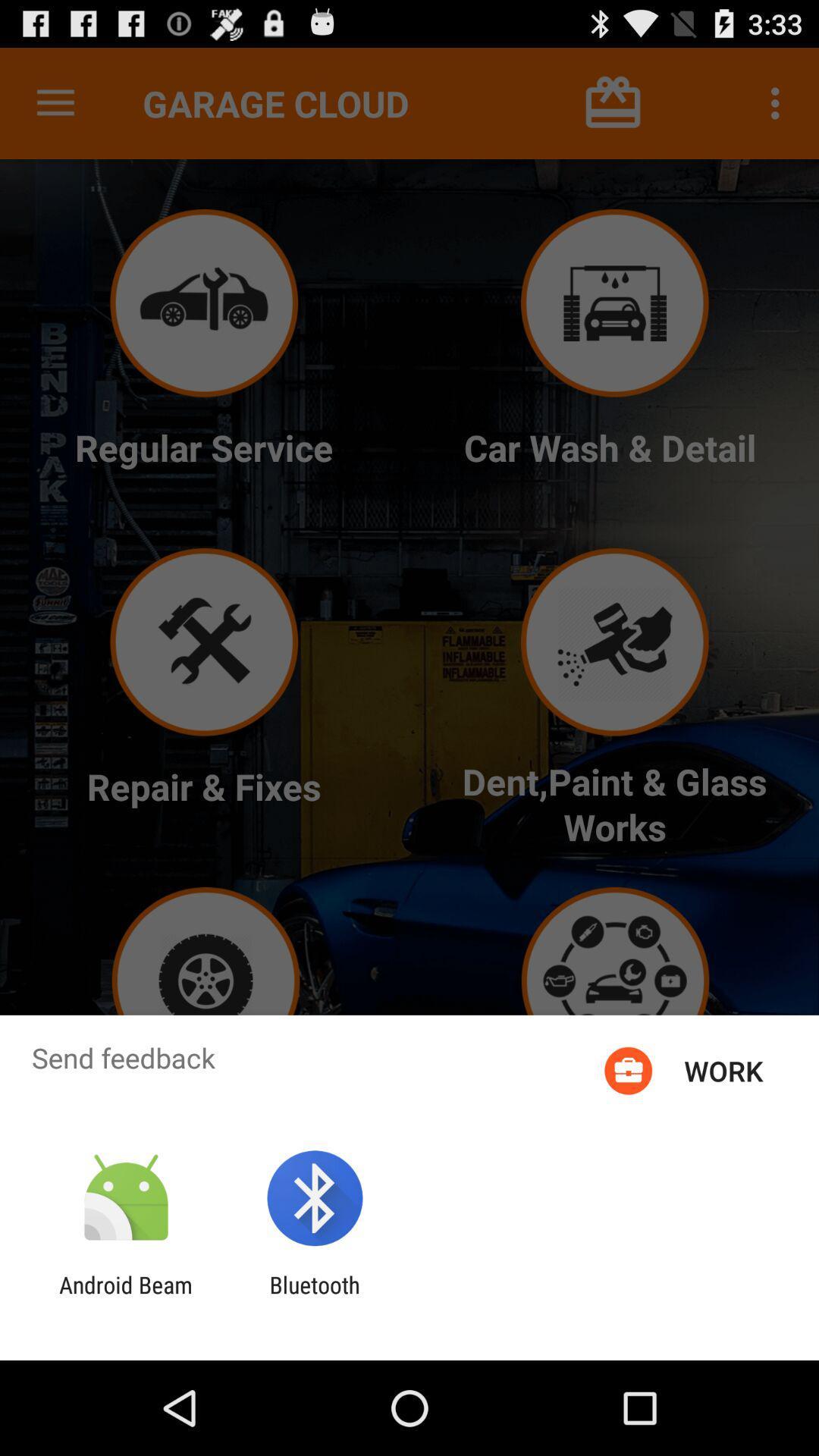 The image size is (819, 1456). What do you see at coordinates (314, 1298) in the screenshot?
I see `the icon to the right of the android beam` at bounding box center [314, 1298].